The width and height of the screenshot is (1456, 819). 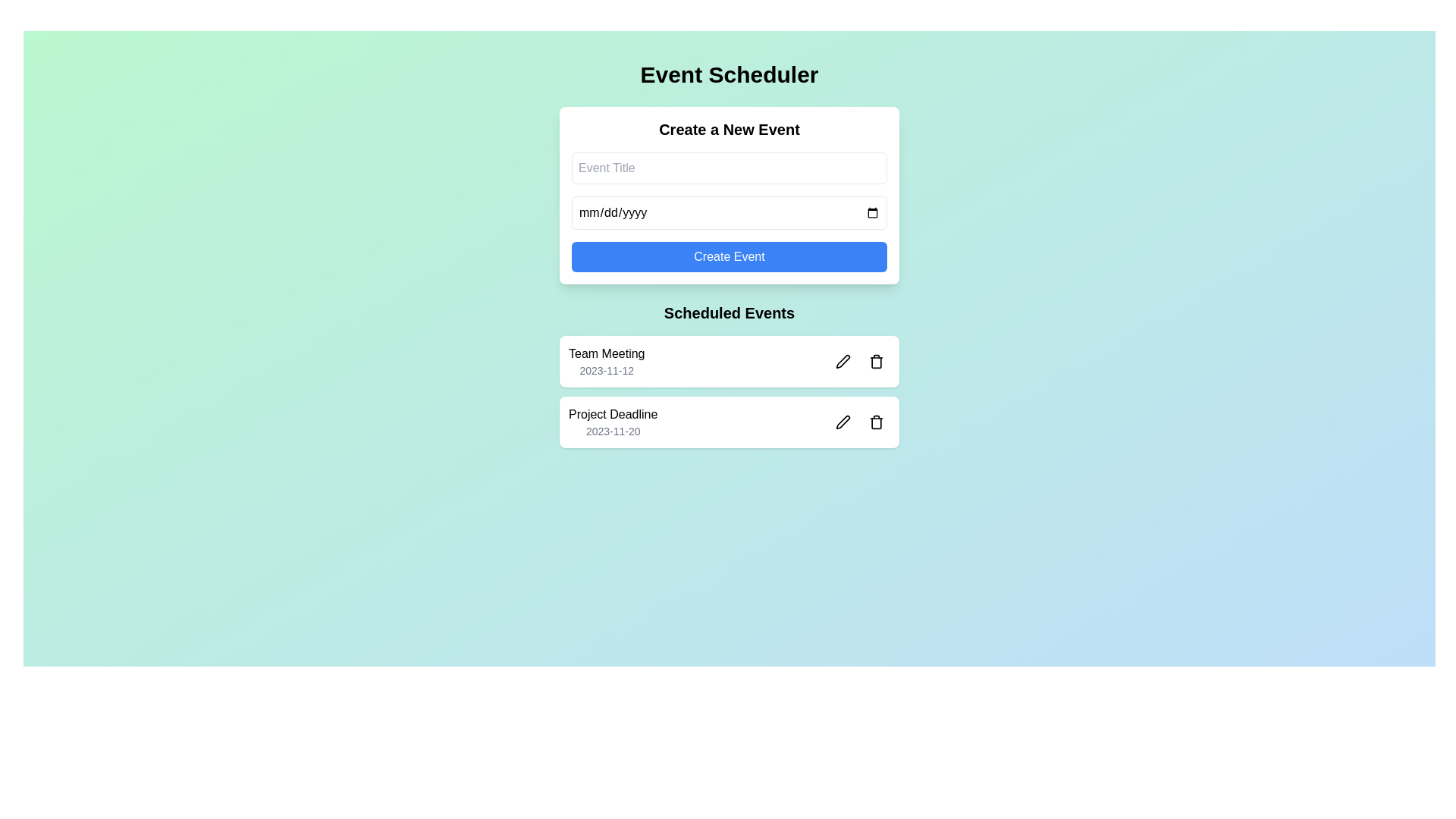 I want to click on the first interactive edit icon for the 'Team Meeting' event located in the 'Scheduled Events' section, so click(x=843, y=362).